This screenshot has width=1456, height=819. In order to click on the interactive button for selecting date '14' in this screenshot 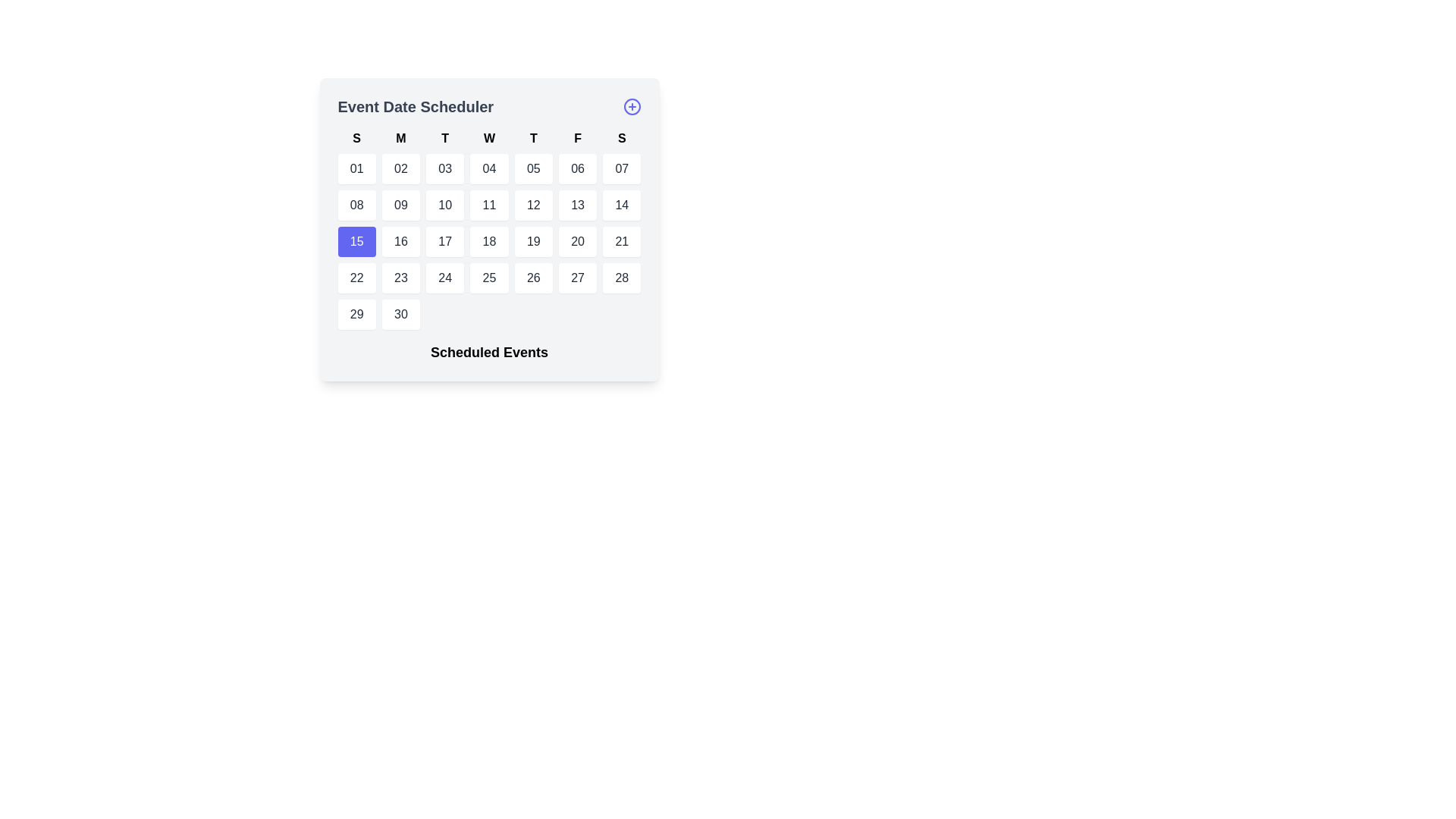, I will do `click(622, 205)`.